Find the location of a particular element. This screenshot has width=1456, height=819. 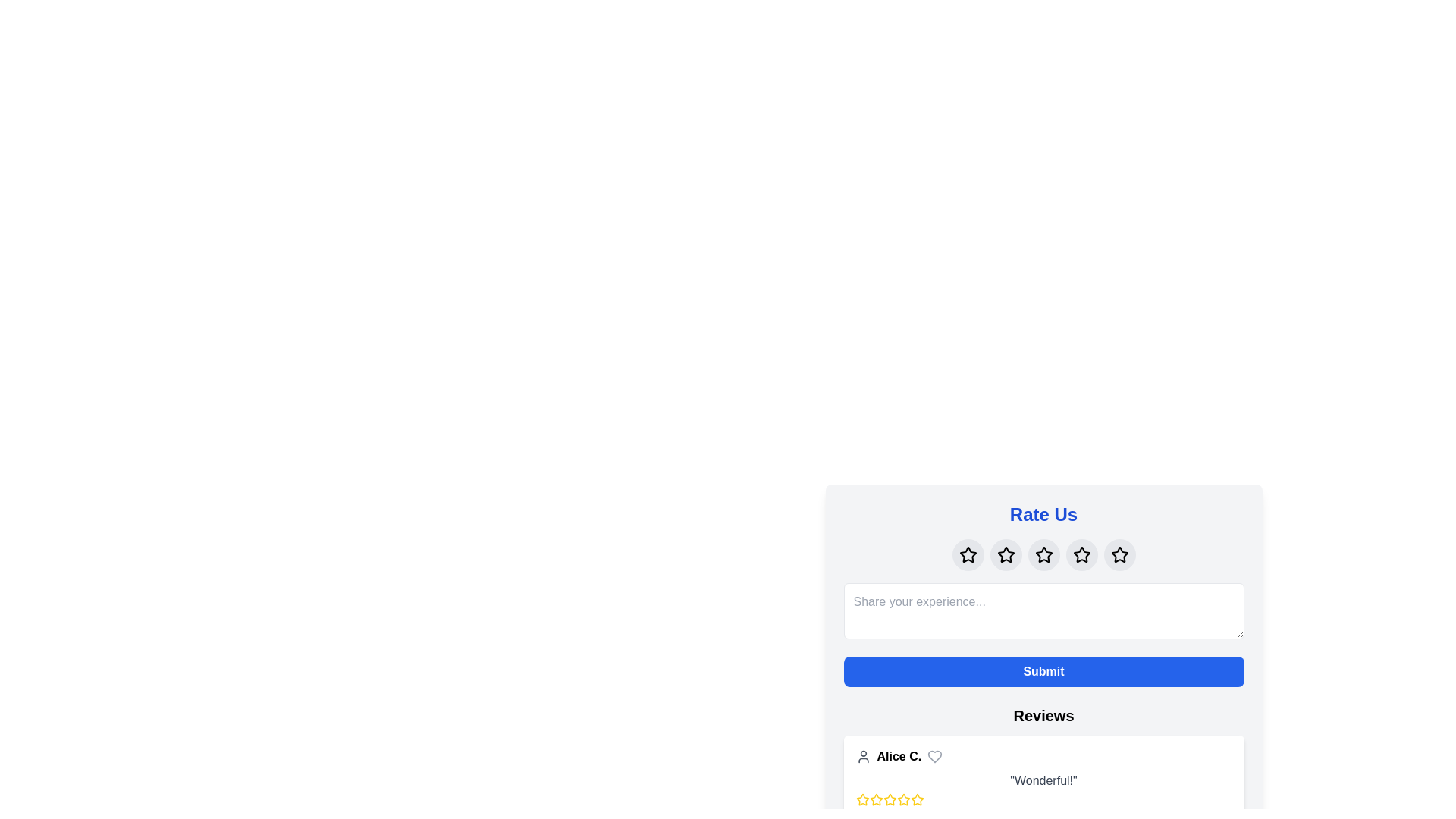

the first yellow star-shaped rating icon located underneath the user's review section, aligned to the left of the text line starting with 'Alice C.' is located at coordinates (862, 799).